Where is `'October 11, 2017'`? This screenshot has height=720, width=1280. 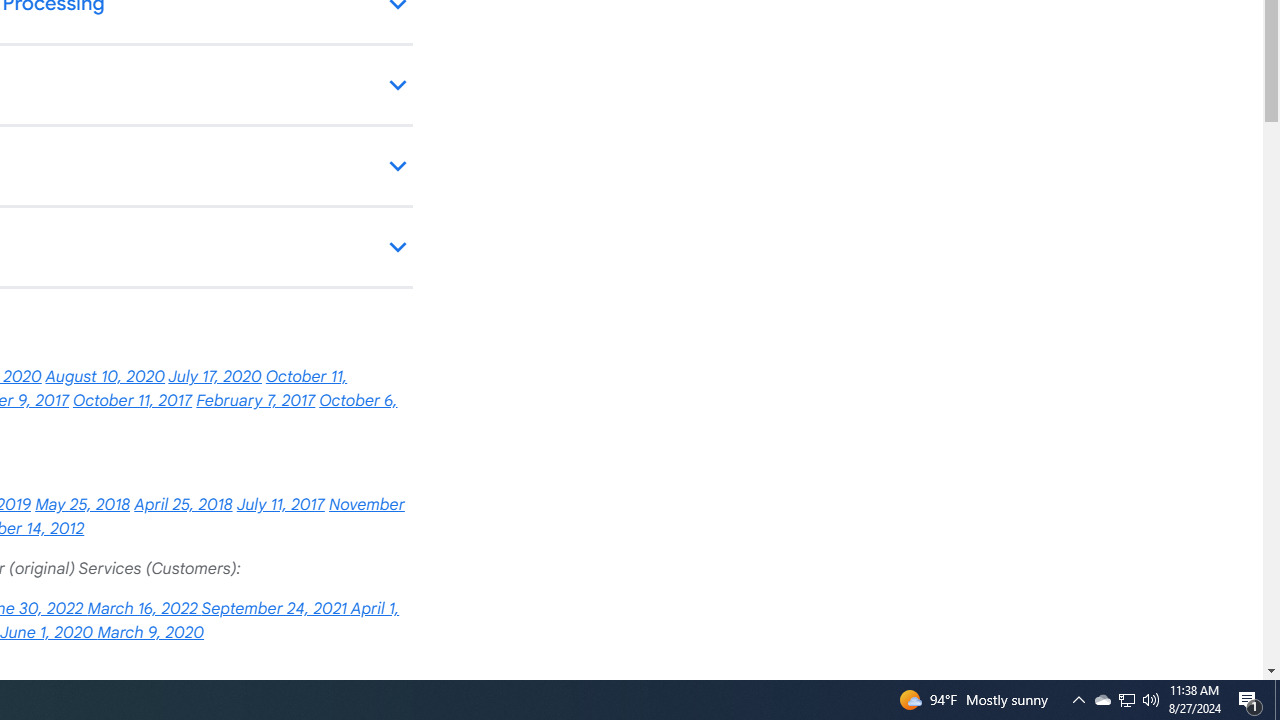
'October 11, 2017' is located at coordinates (131, 401).